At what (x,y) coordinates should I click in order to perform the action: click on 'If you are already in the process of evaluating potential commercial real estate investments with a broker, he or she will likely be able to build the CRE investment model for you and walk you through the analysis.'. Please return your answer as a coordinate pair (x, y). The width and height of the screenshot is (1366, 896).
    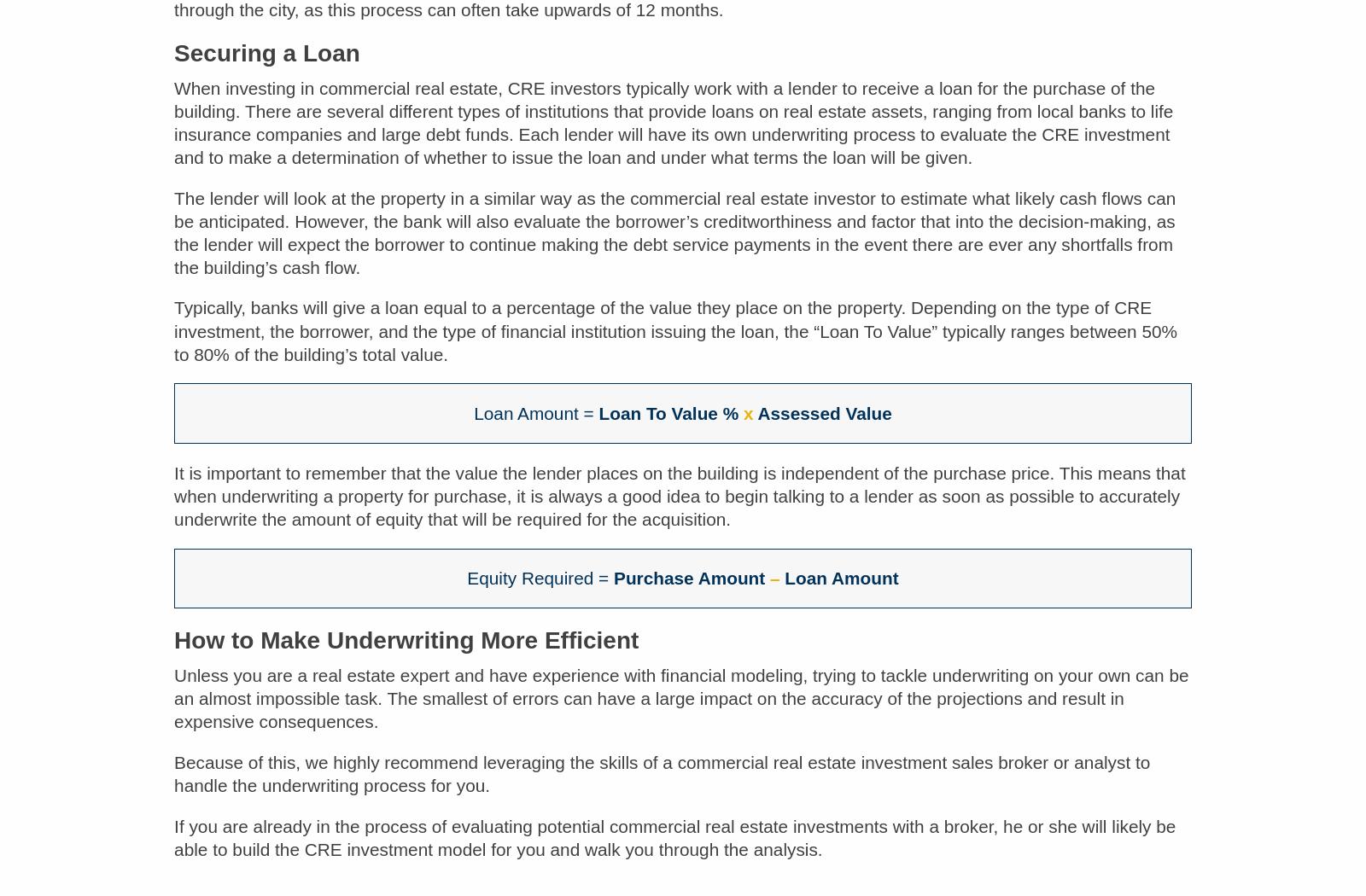
    Looking at the image, I should click on (674, 850).